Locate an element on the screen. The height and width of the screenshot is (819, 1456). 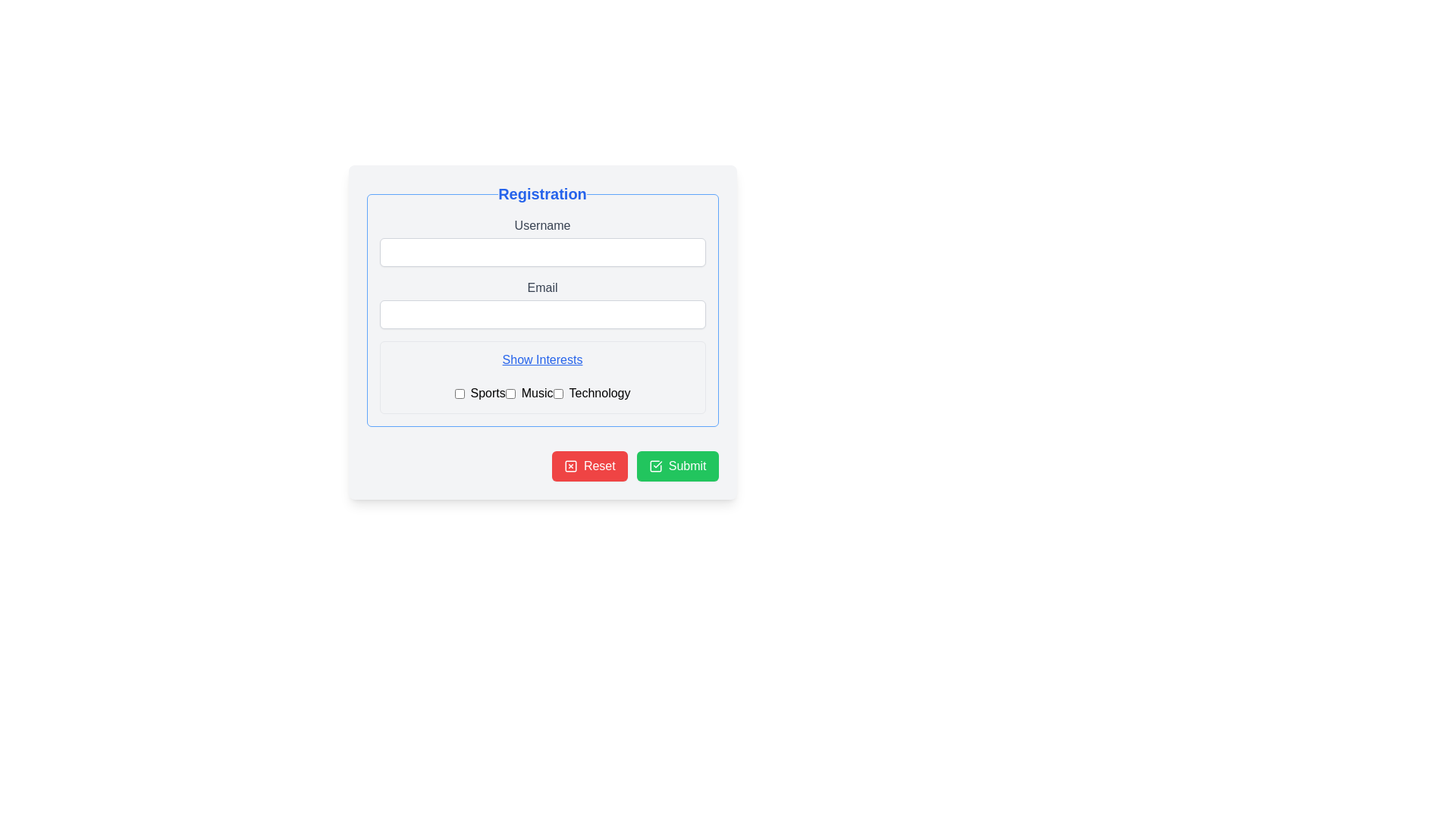
the 'Technology' checkbox is located at coordinates (557, 393).